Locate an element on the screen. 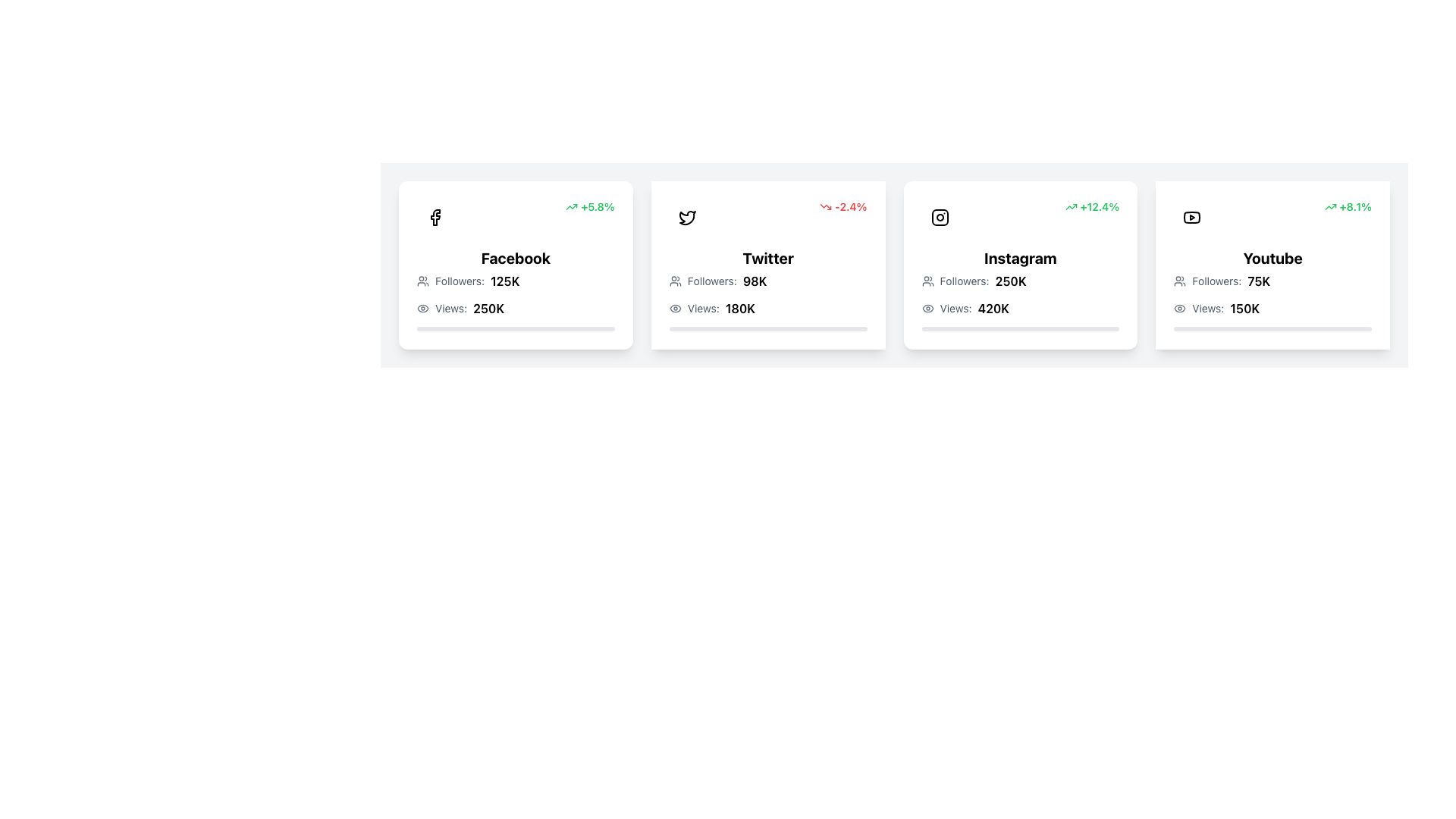 The width and height of the screenshot is (1456, 819). the upward arrow icon representing a positive trend in the Youtube statistics card, located at the top-right corner before the text '+8.1%' is located at coordinates (1329, 207).